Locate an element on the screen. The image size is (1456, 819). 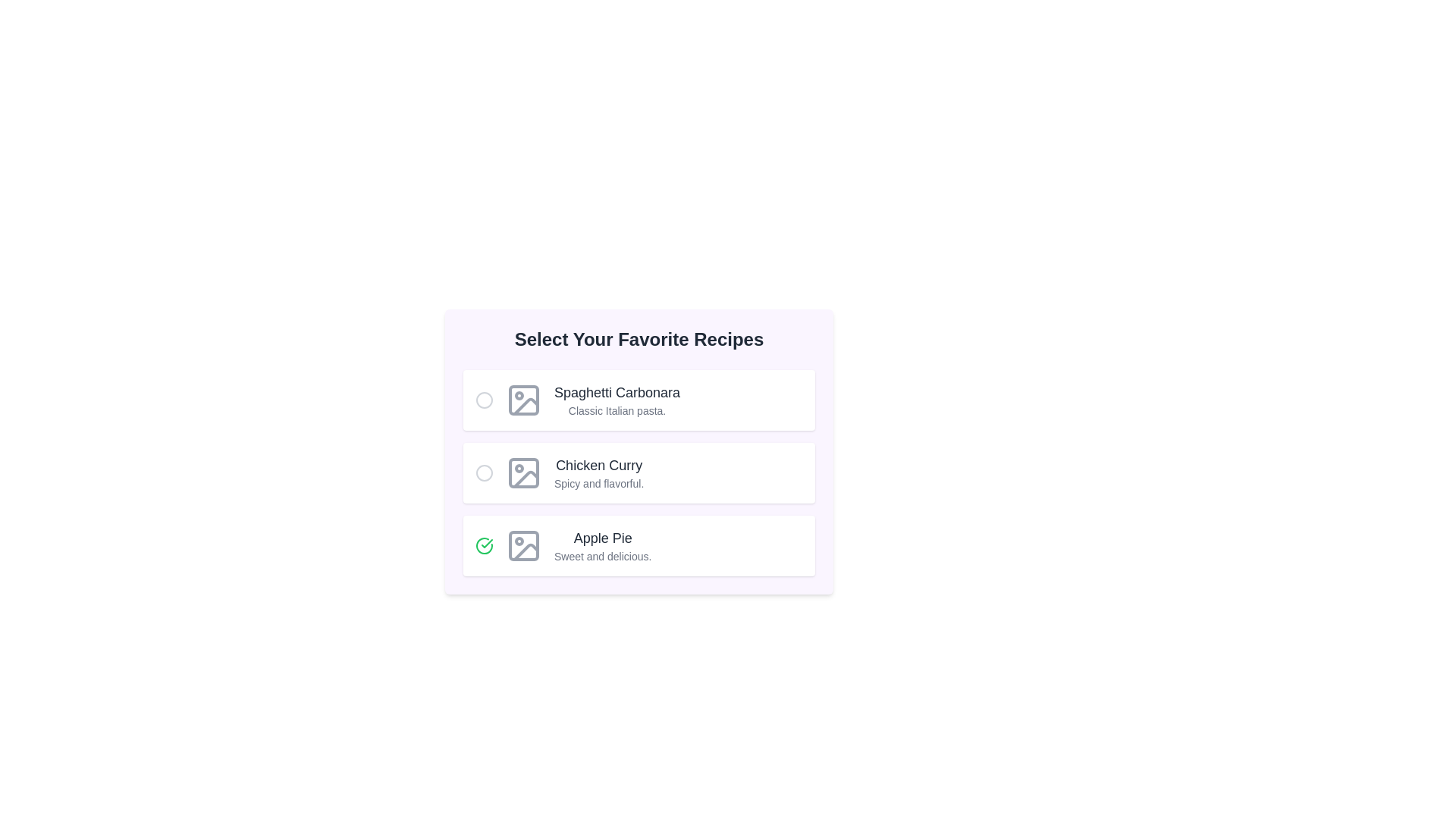
the recipe identified by its name Apple Pie is located at coordinates (483, 546).